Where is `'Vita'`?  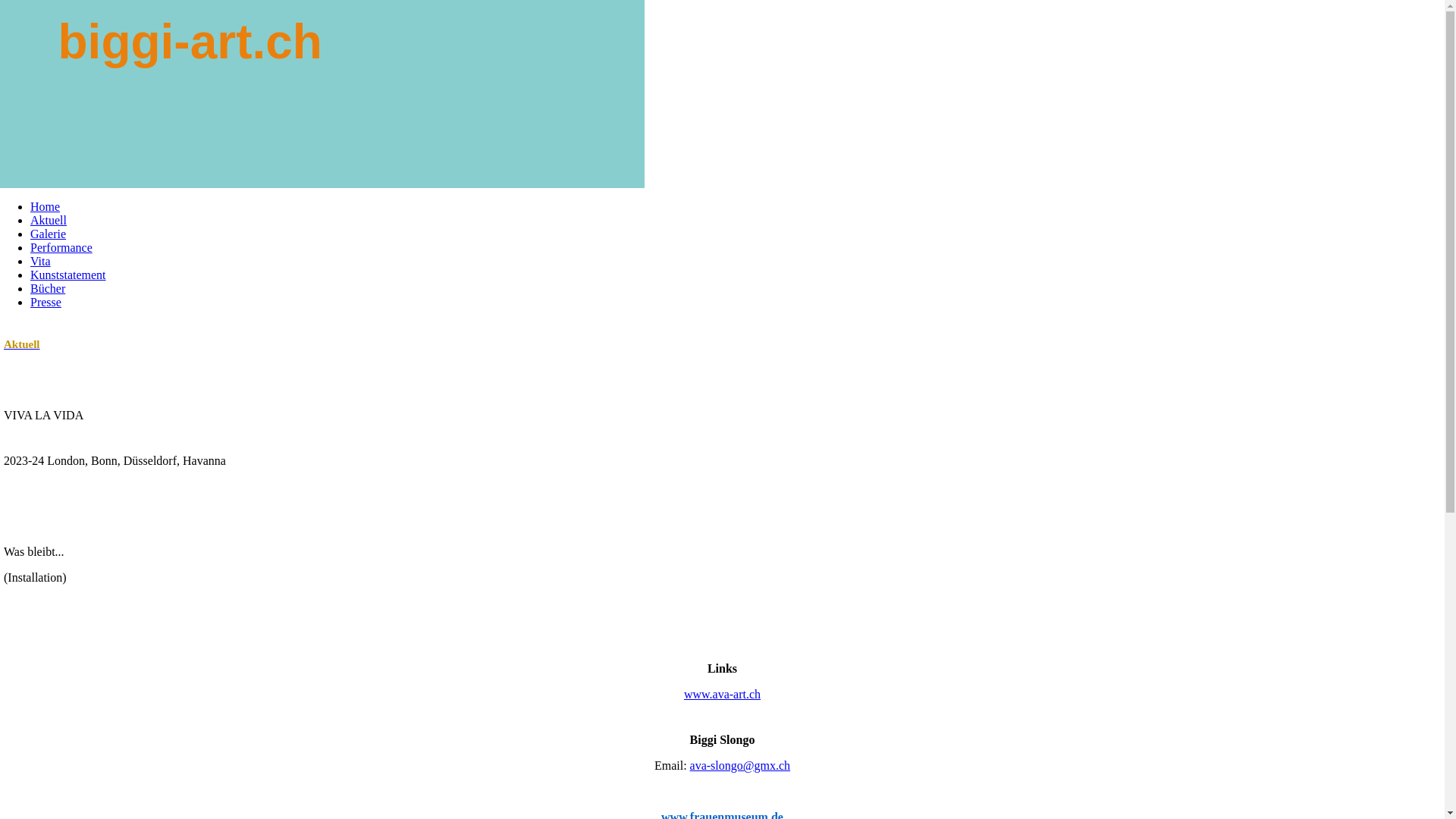
'Vita' is located at coordinates (40, 260).